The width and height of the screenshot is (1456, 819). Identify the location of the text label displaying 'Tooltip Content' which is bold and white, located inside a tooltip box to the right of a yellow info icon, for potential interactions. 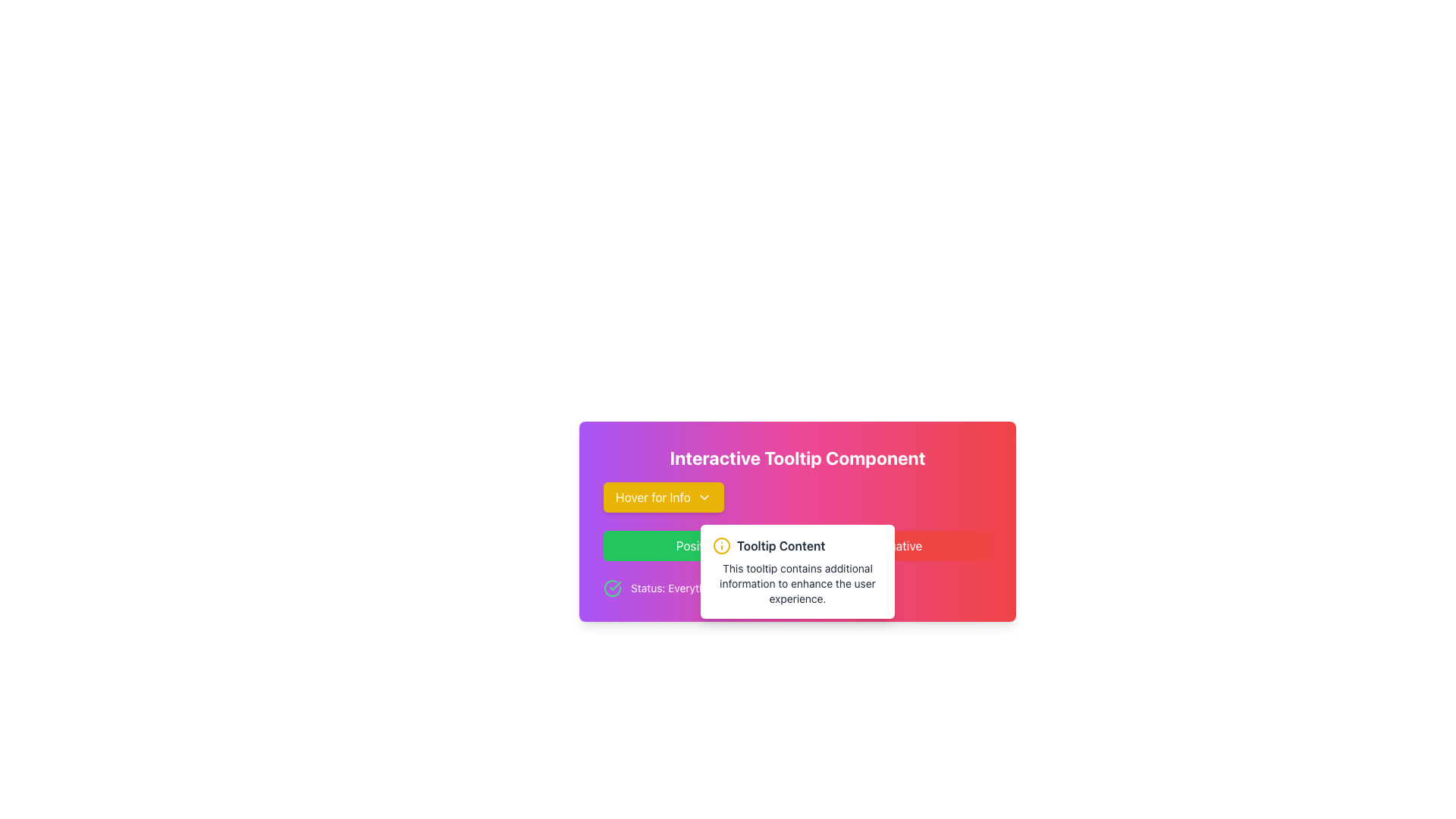
(781, 546).